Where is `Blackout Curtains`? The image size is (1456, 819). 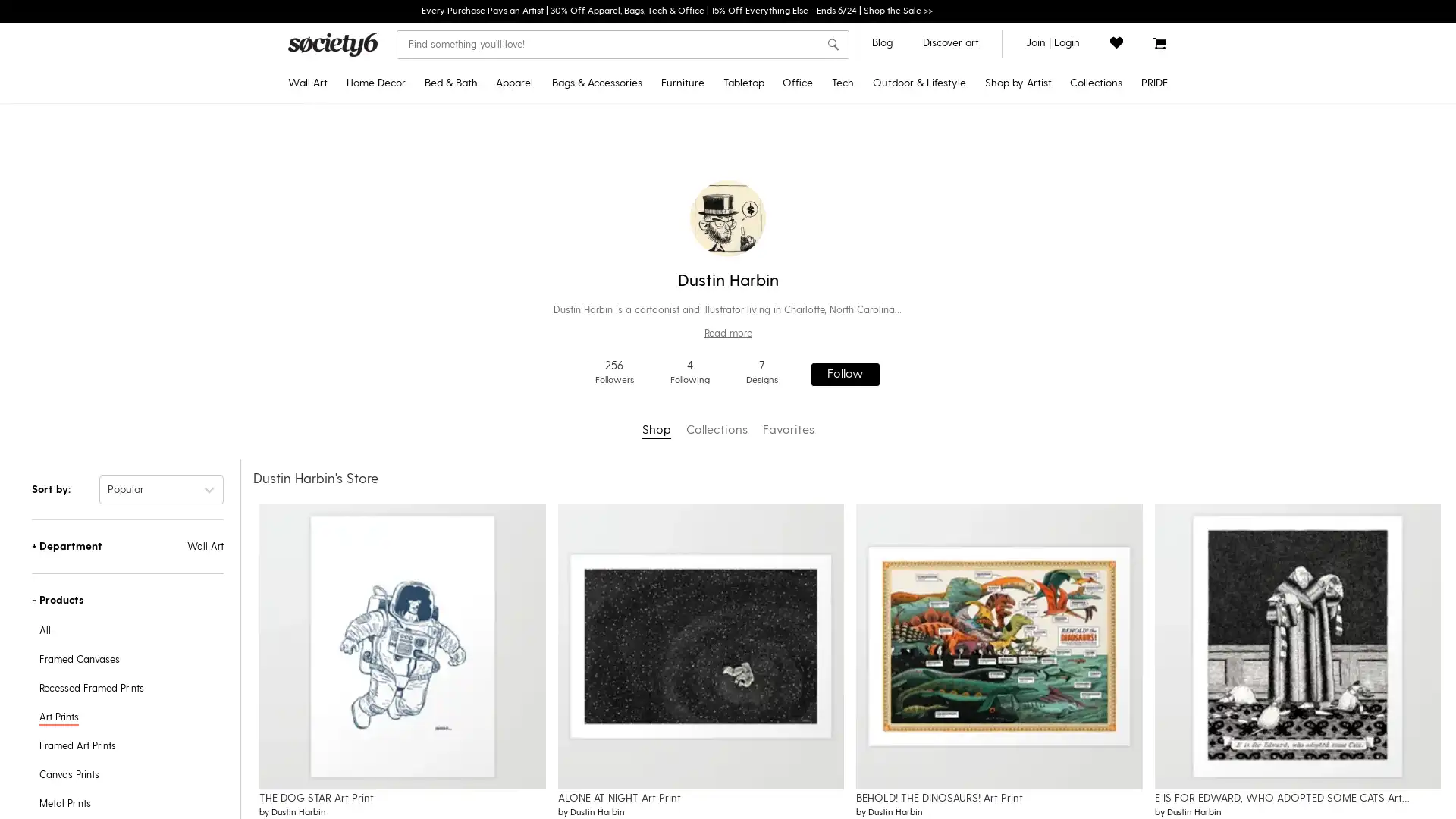
Blackout Curtains is located at coordinates (404, 243).